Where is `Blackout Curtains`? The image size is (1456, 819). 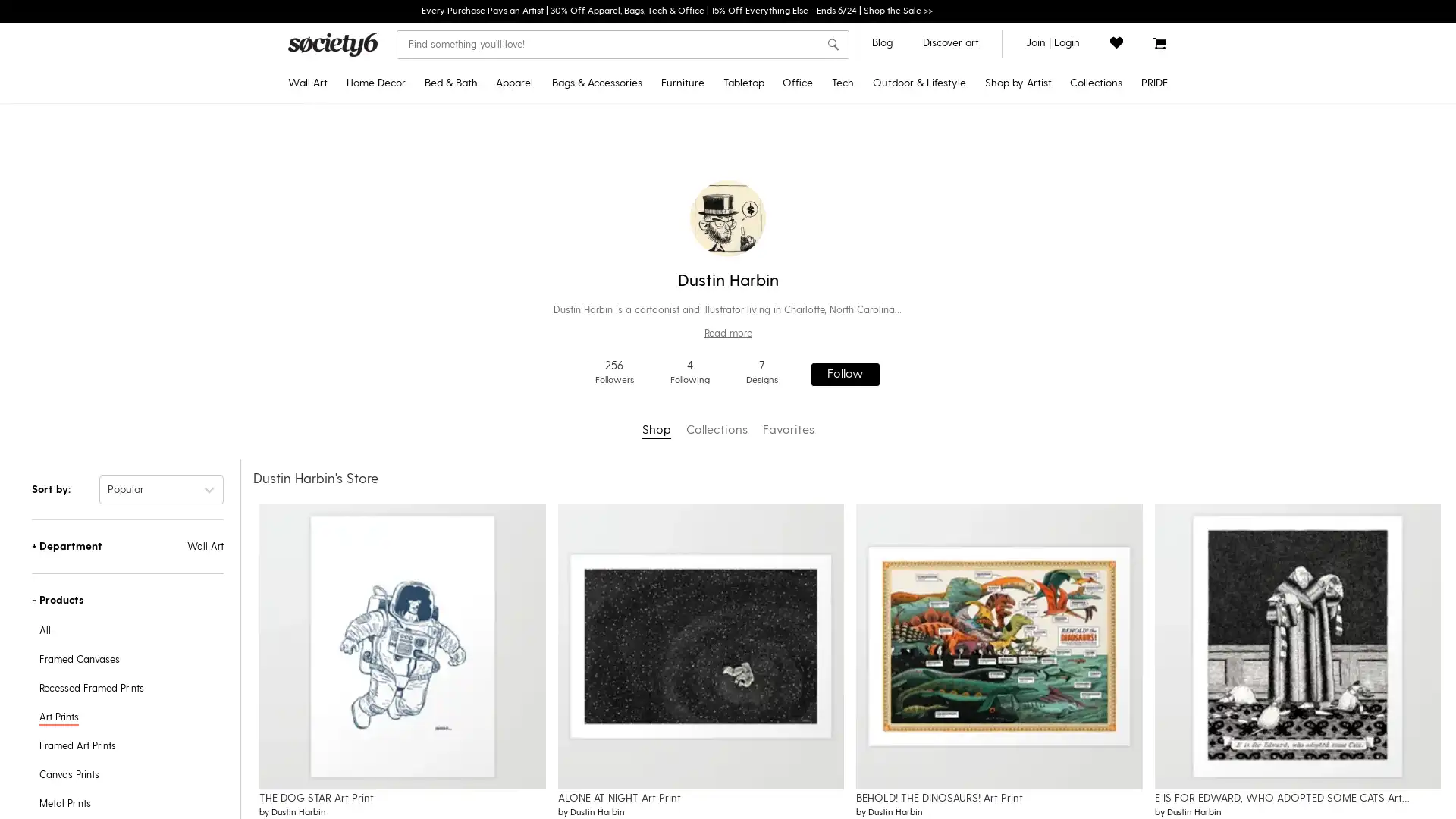
Blackout Curtains is located at coordinates (404, 243).